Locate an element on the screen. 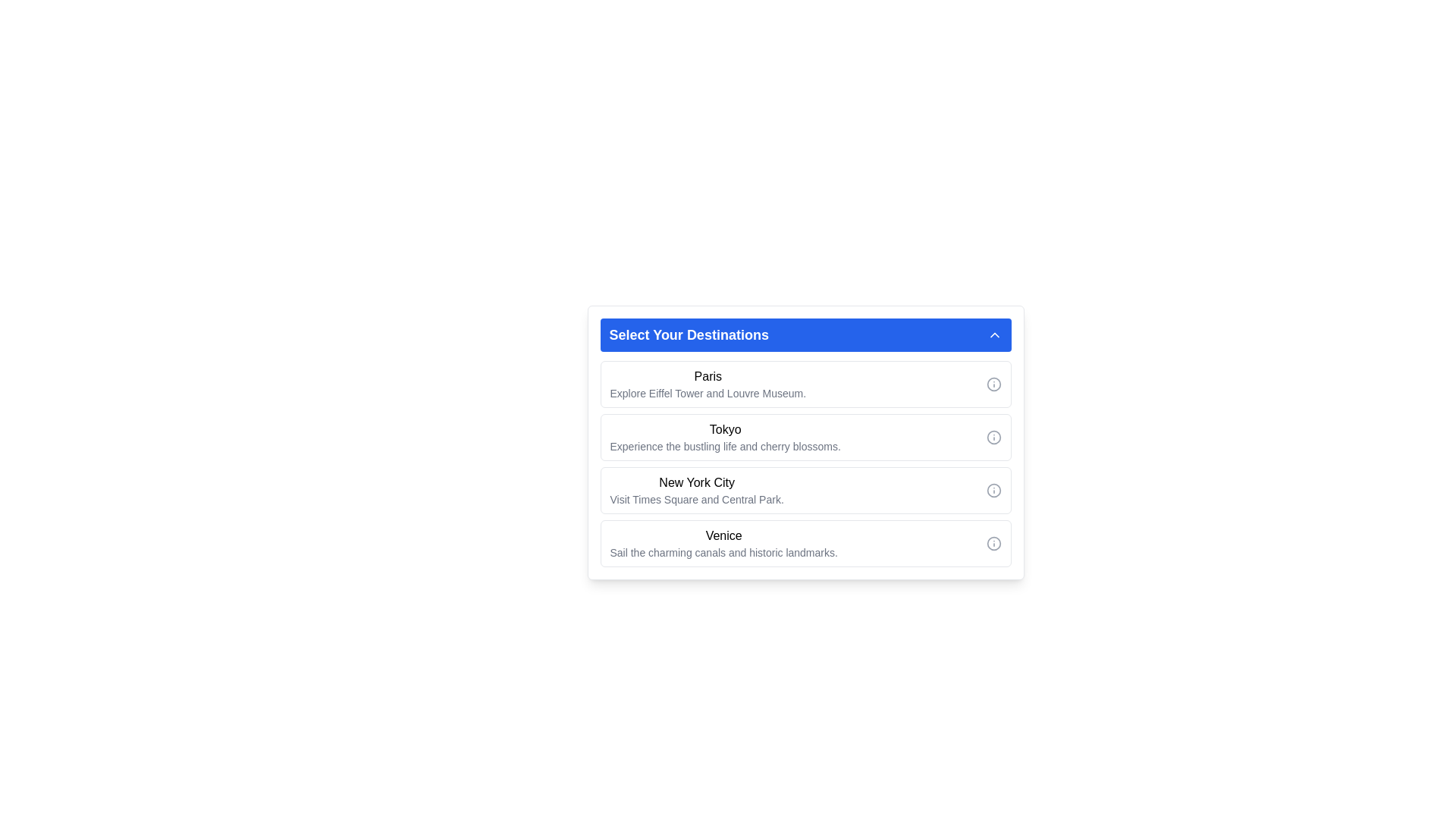 The width and height of the screenshot is (1456, 819). the descriptive text element located immediately below the title 'Venice' within the section labeled 'Venice' is located at coordinates (723, 553).